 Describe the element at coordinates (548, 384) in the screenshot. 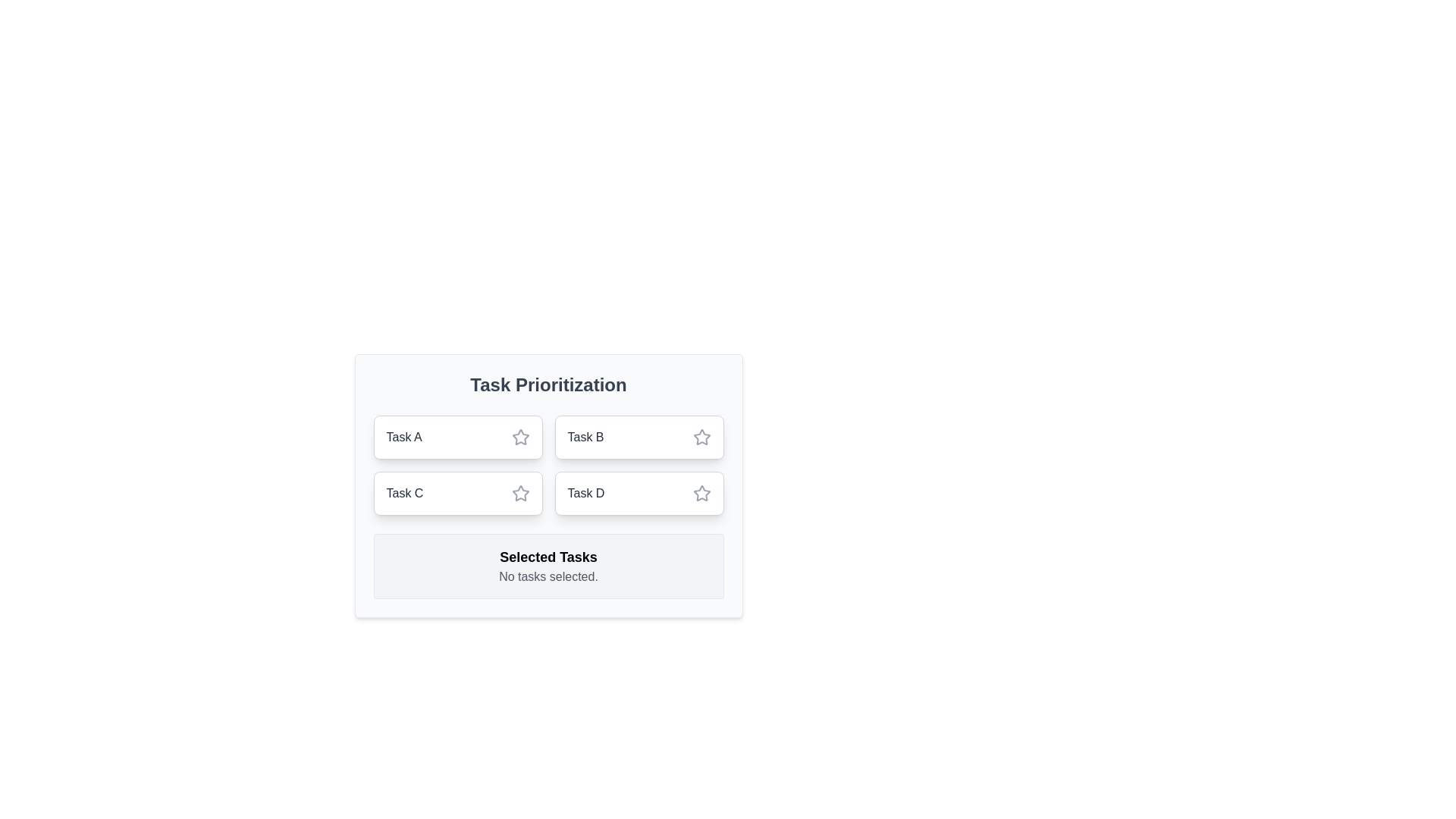

I see `the header text of the Task Prioritization component` at that location.